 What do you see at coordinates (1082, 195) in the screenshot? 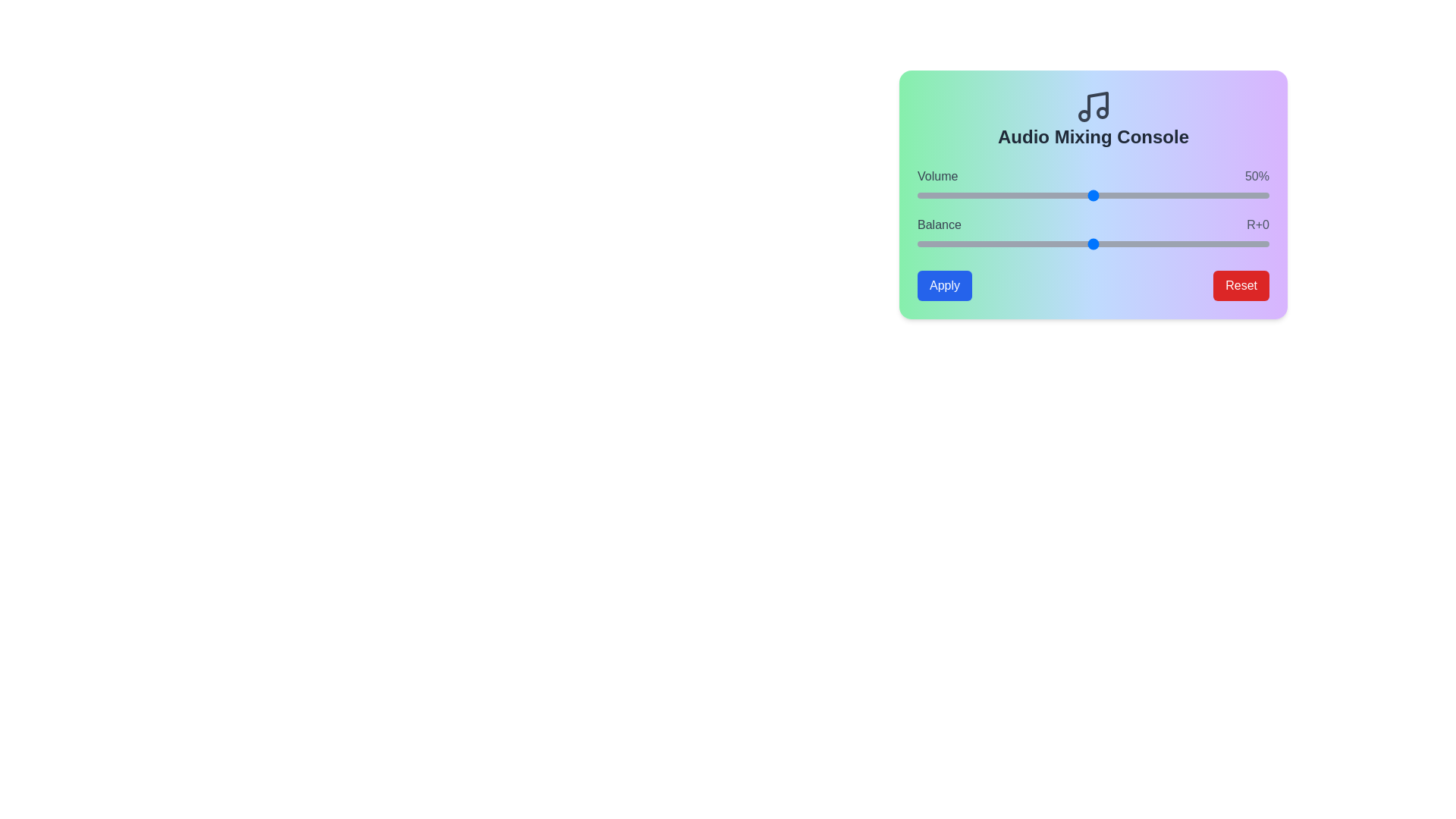
I see `the slider` at bounding box center [1082, 195].